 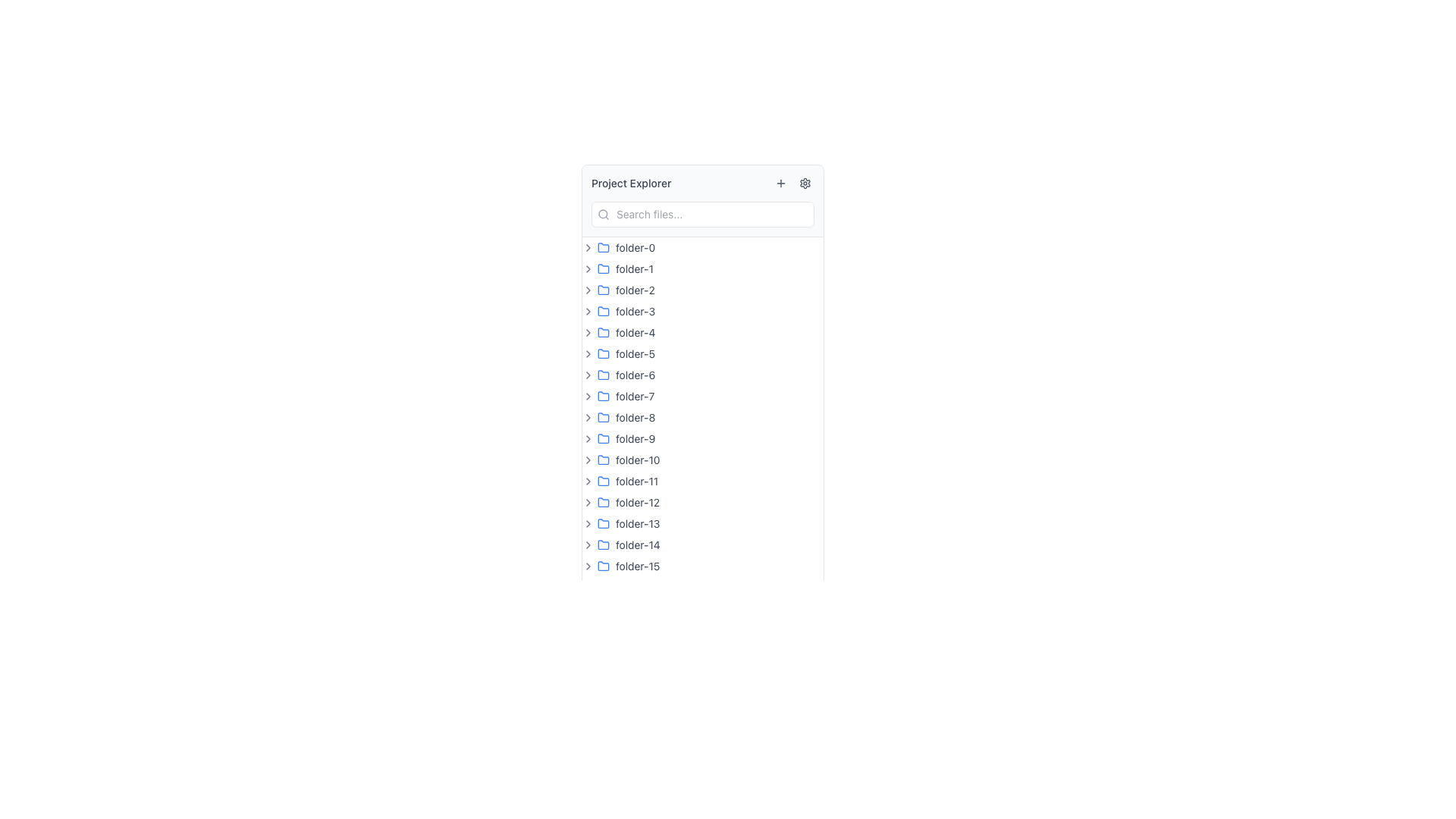 What do you see at coordinates (635, 438) in the screenshot?
I see `the text label displaying 'folder-9', which is styled in a small gray font and positioned in a vertical list of folders` at bounding box center [635, 438].